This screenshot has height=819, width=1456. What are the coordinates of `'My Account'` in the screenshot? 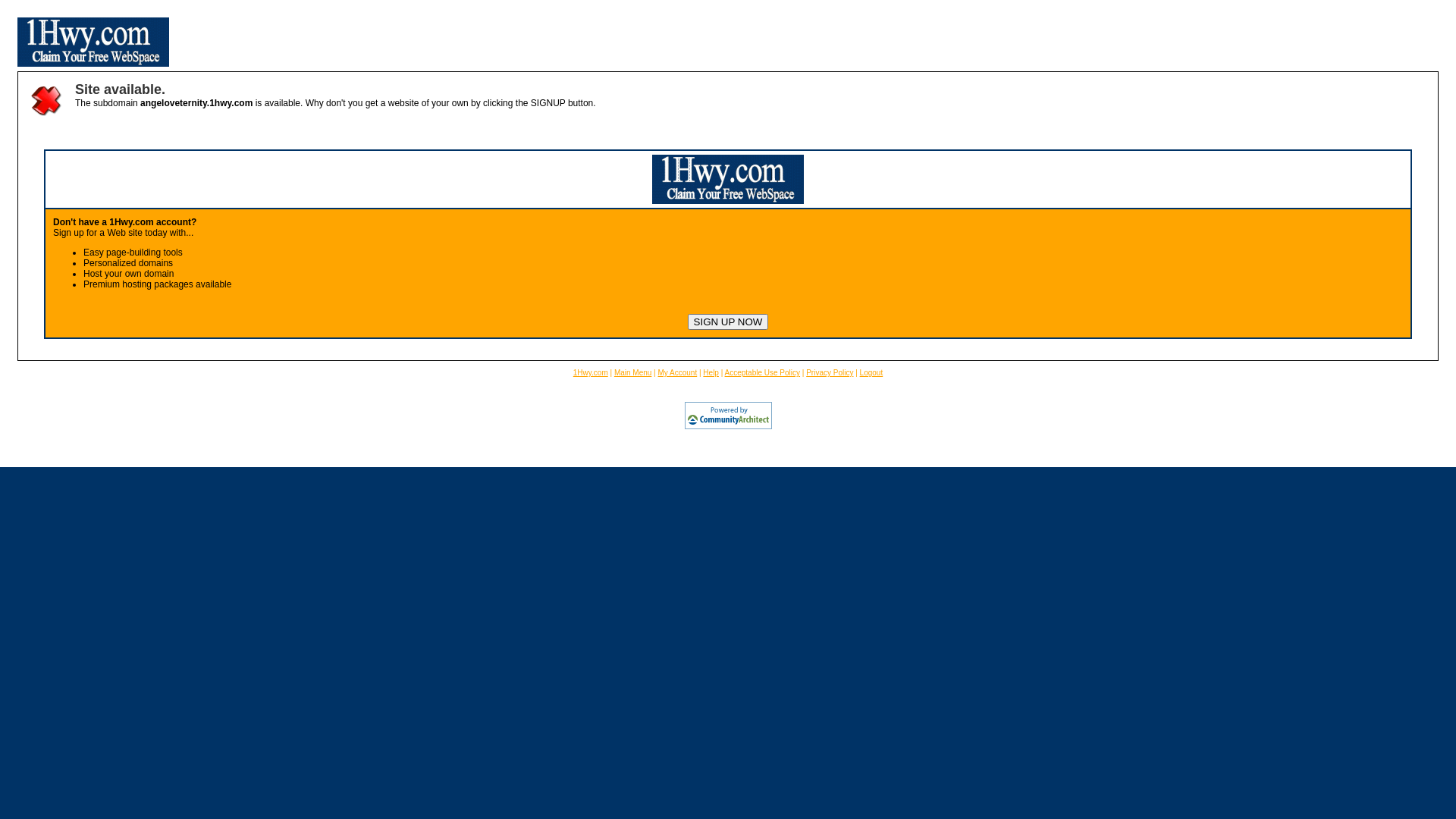 It's located at (676, 372).